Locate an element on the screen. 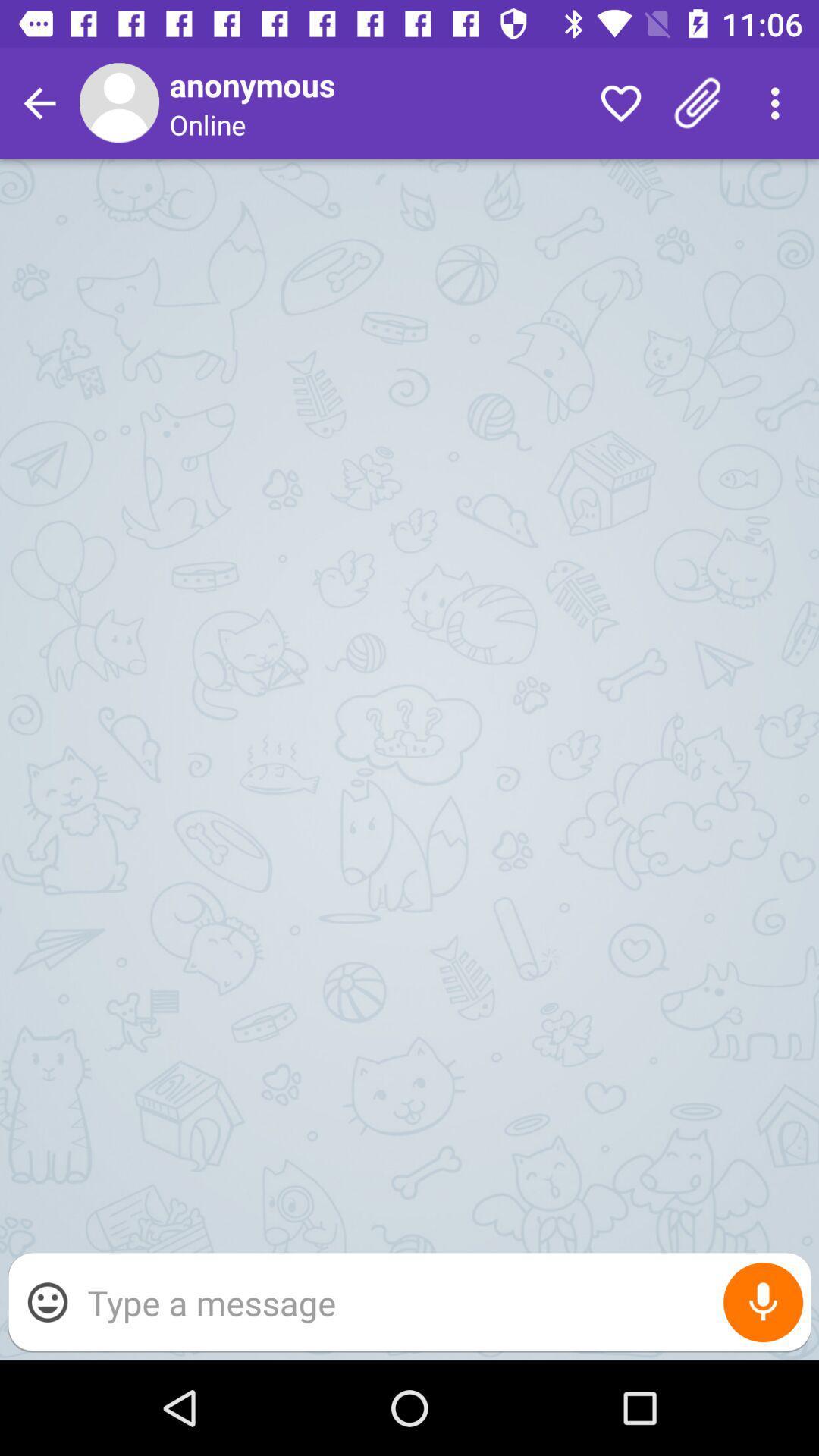 The width and height of the screenshot is (819, 1456). go back is located at coordinates (39, 102).